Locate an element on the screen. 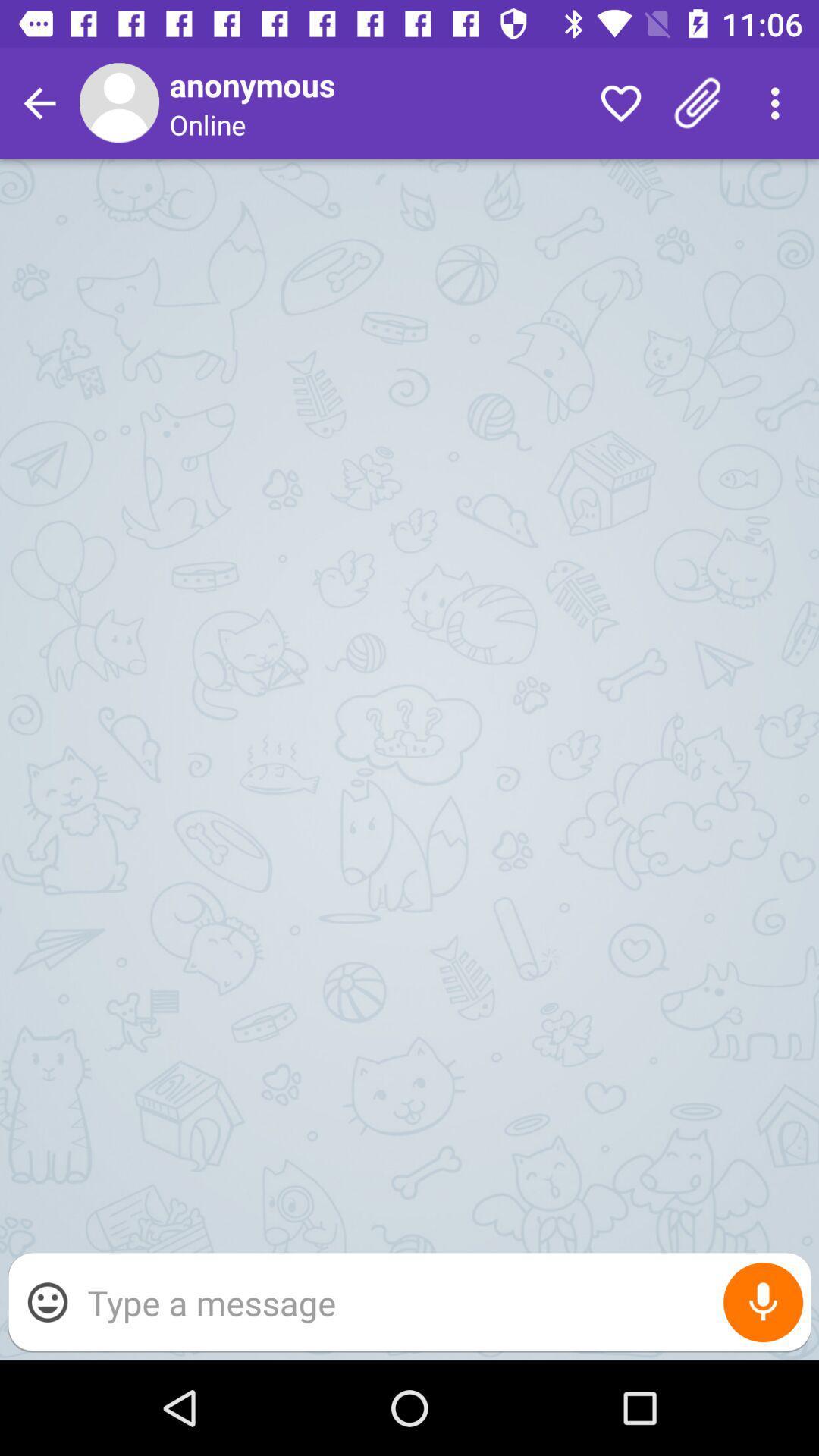 The width and height of the screenshot is (819, 1456). go back is located at coordinates (39, 102).